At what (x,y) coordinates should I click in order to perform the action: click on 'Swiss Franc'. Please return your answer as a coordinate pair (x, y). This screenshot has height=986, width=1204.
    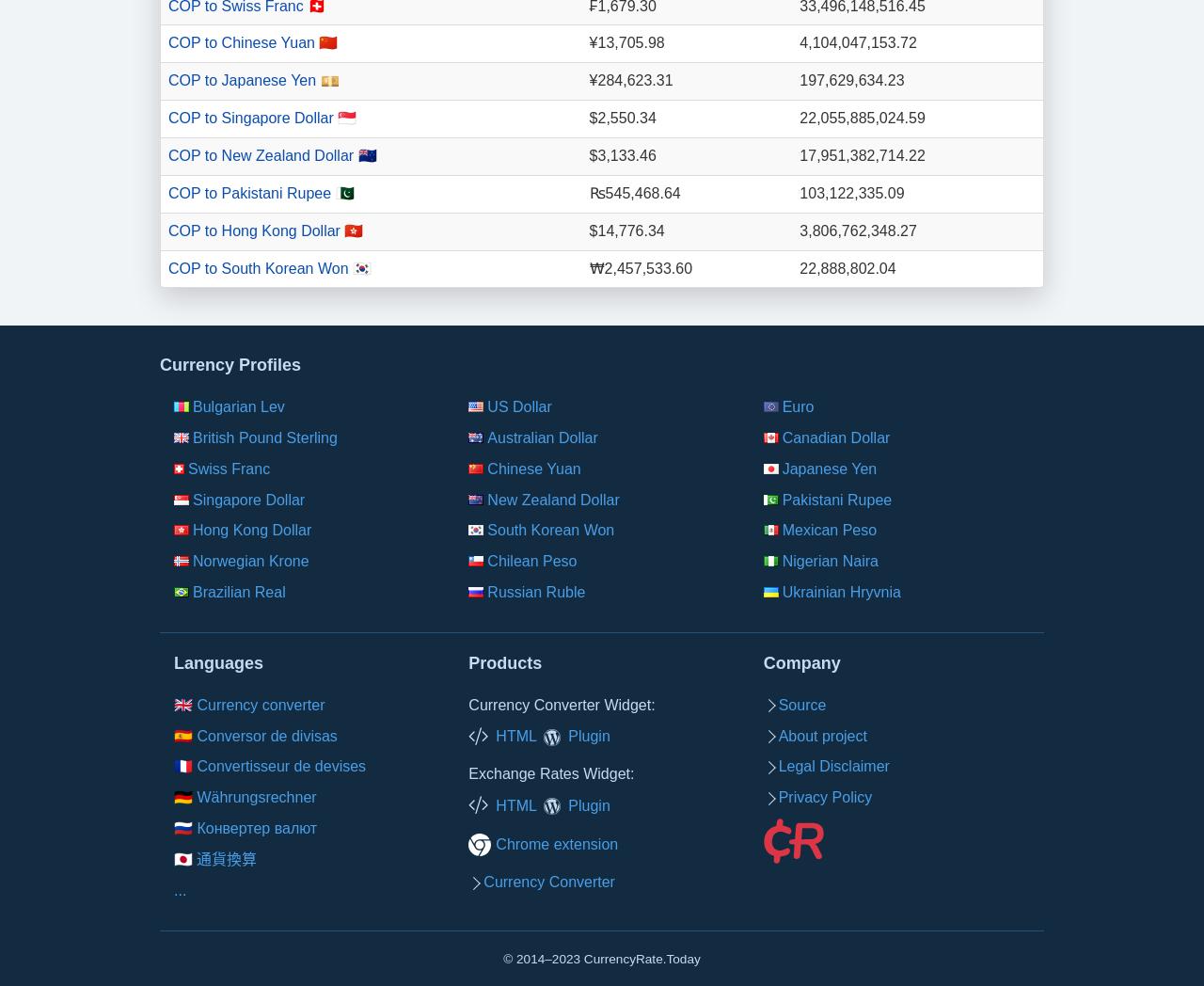
    Looking at the image, I should click on (228, 468).